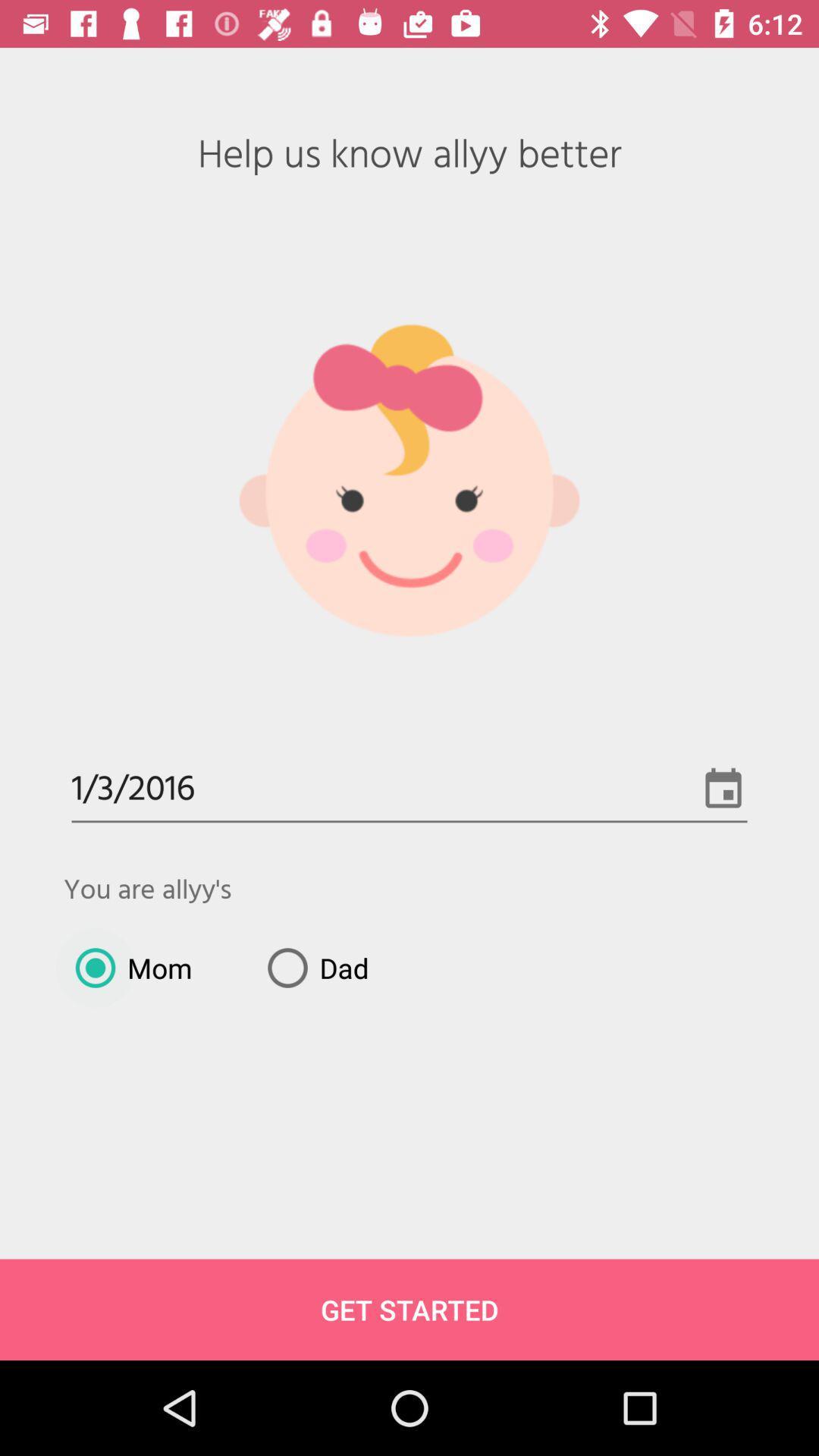  What do you see at coordinates (312, 967) in the screenshot?
I see `the icon next to mom item` at bounding box center [312, 967].